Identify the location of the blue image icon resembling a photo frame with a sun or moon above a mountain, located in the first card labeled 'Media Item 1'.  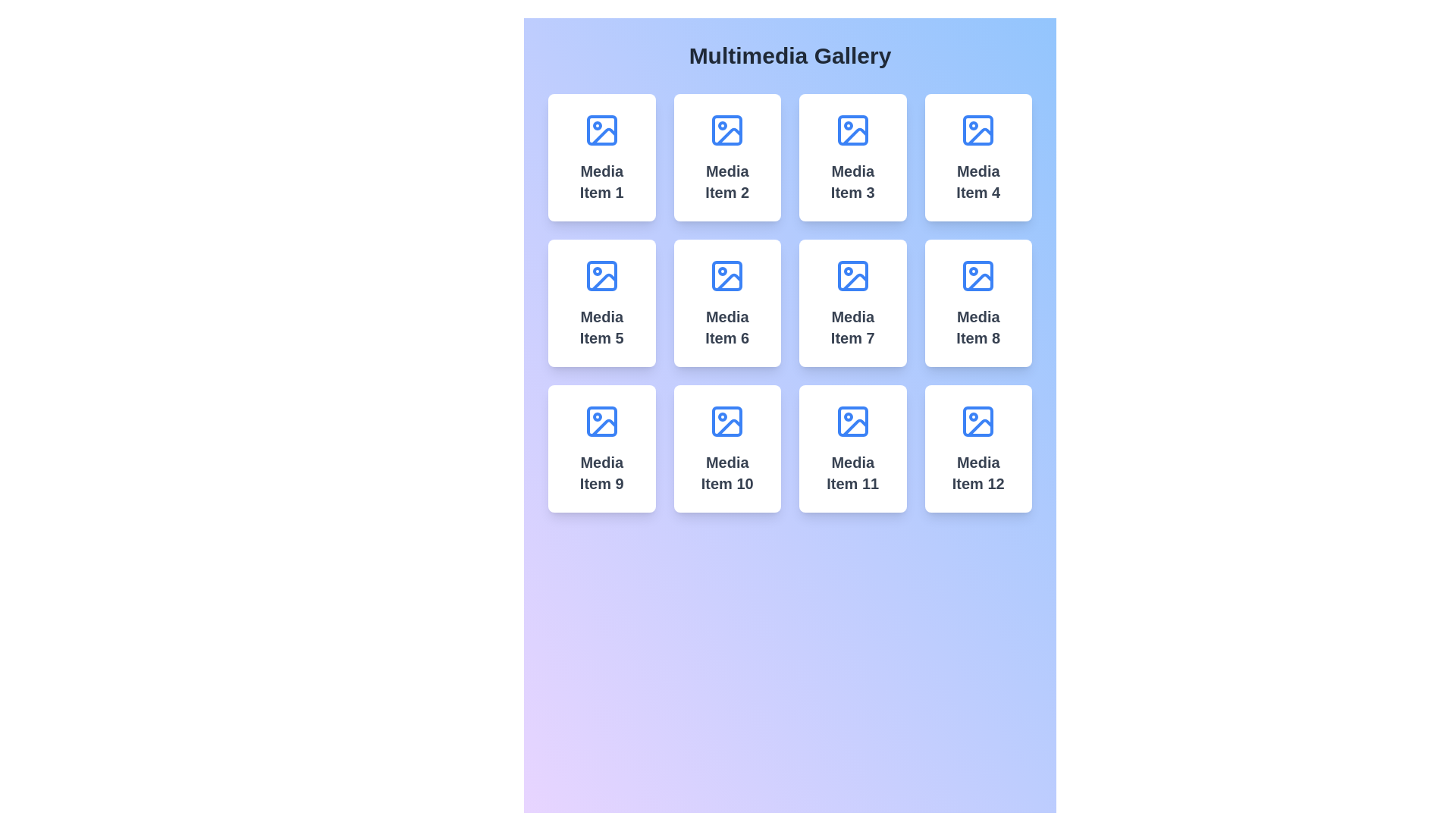
(601, 130).